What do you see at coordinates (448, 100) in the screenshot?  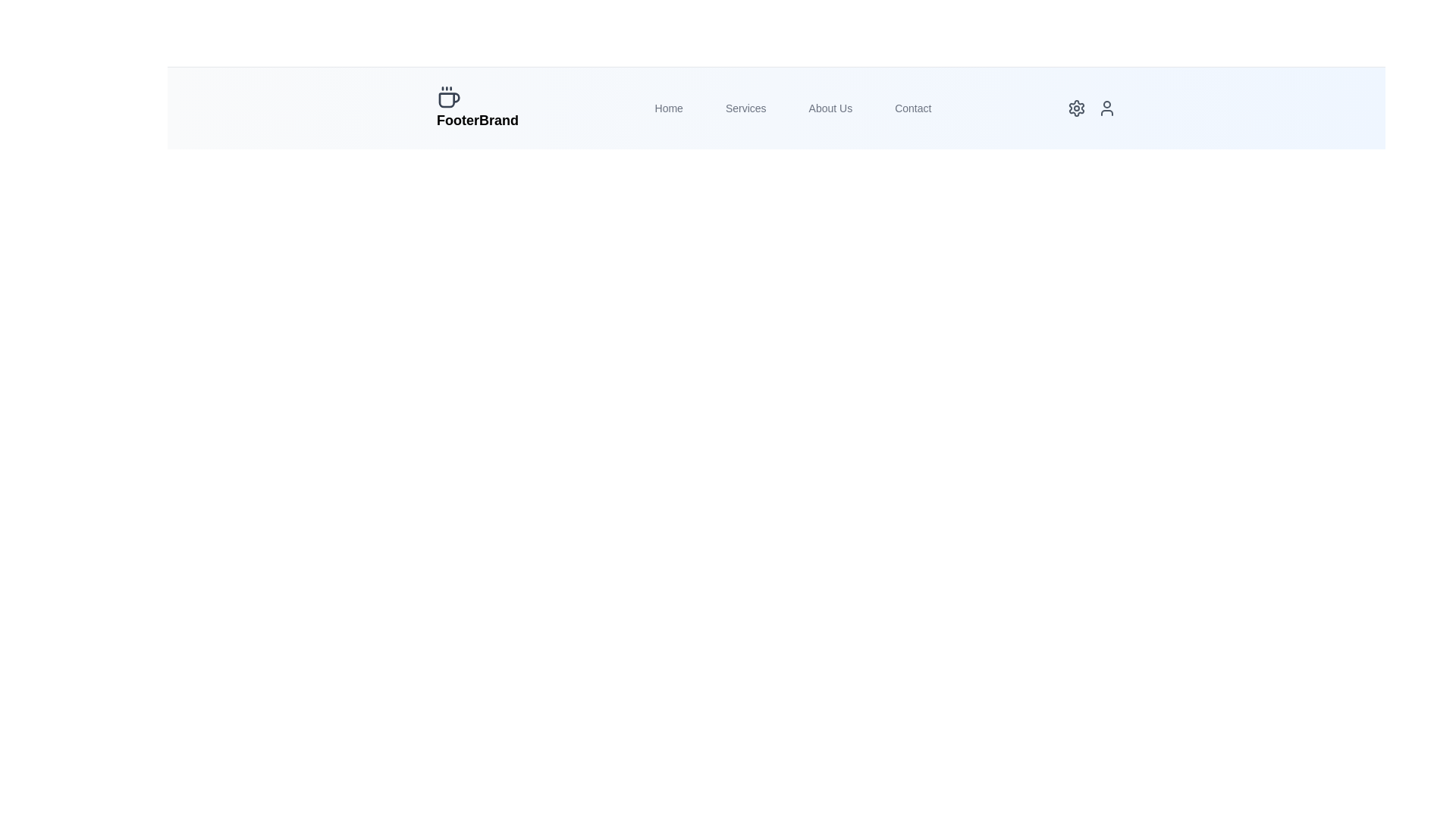 I see `the coffee-related icon located in the top navigation bar towards the right side` at bounding box center [448, 100].